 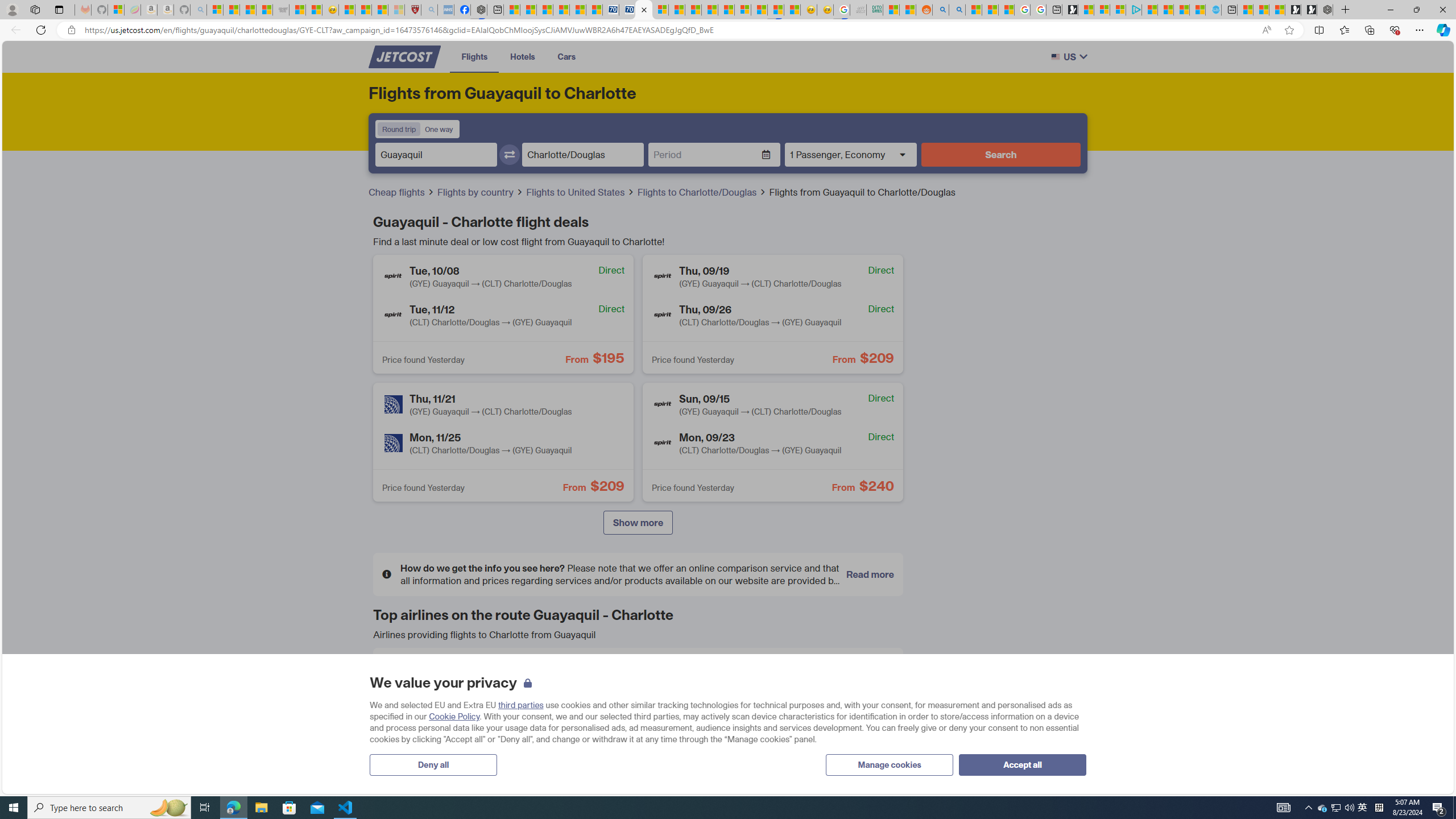 I want to click on 'Class: w-full h-auto rounded-sm border border-gray-200', so click(x=1054, y=56).